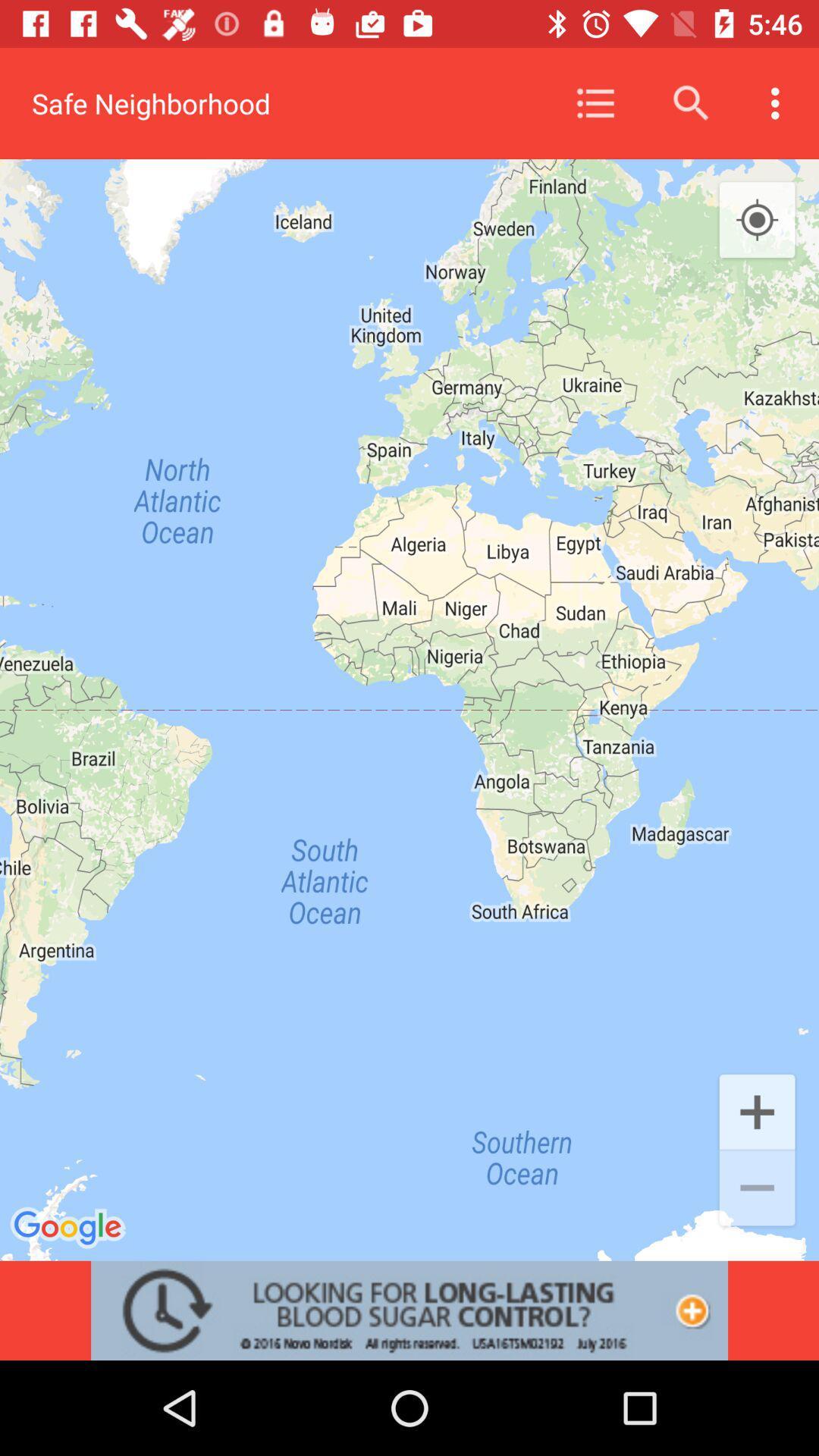 Image resolution: width=819 pixels, height=1456 pixels. Describe the element at coordinates (409, 1310) in the screenshot. I see `open advertisement` at that location.